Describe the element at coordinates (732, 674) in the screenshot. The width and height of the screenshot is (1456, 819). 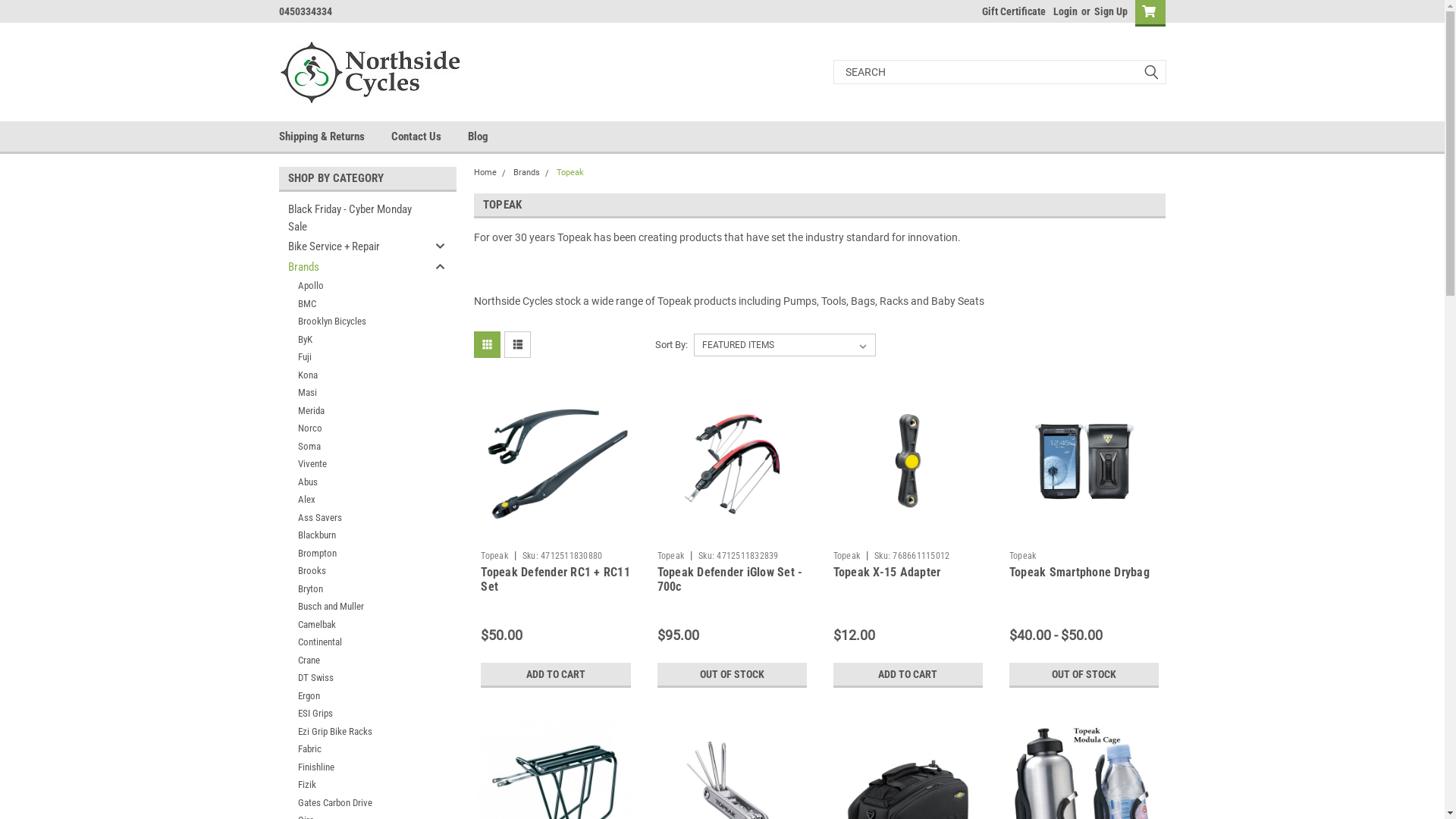
I see `'OUT OF STOCK'` at that location.